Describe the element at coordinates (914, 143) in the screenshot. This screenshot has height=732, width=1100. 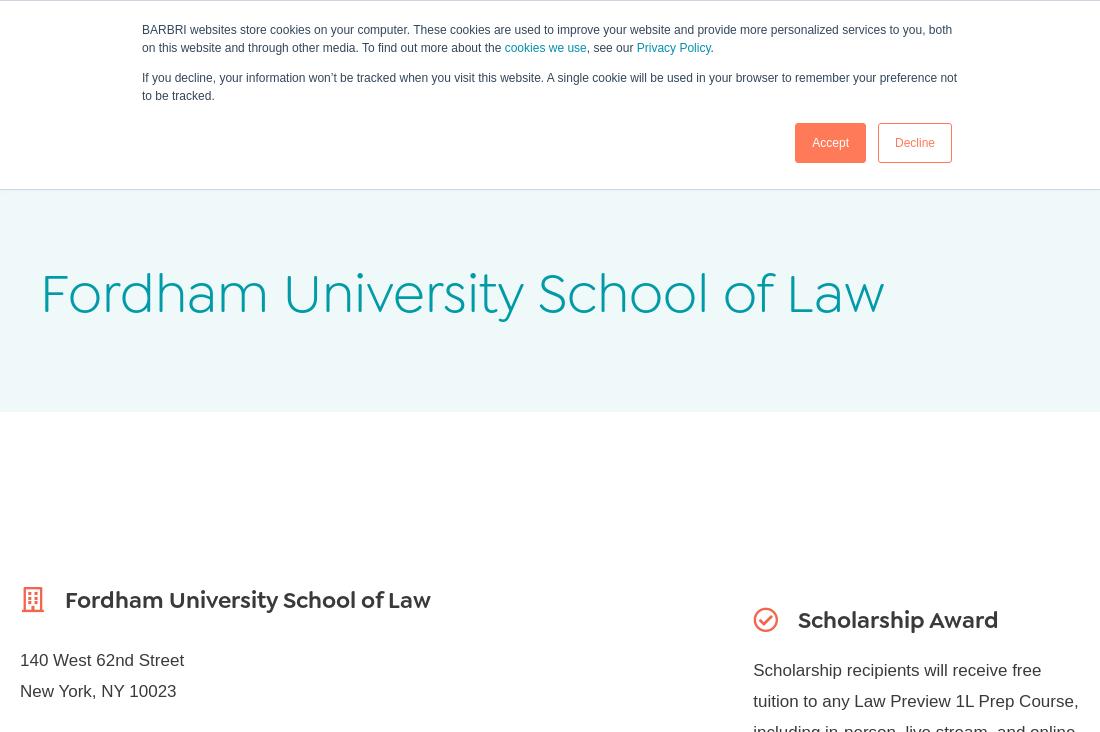
I see `'Decline'` at that location.